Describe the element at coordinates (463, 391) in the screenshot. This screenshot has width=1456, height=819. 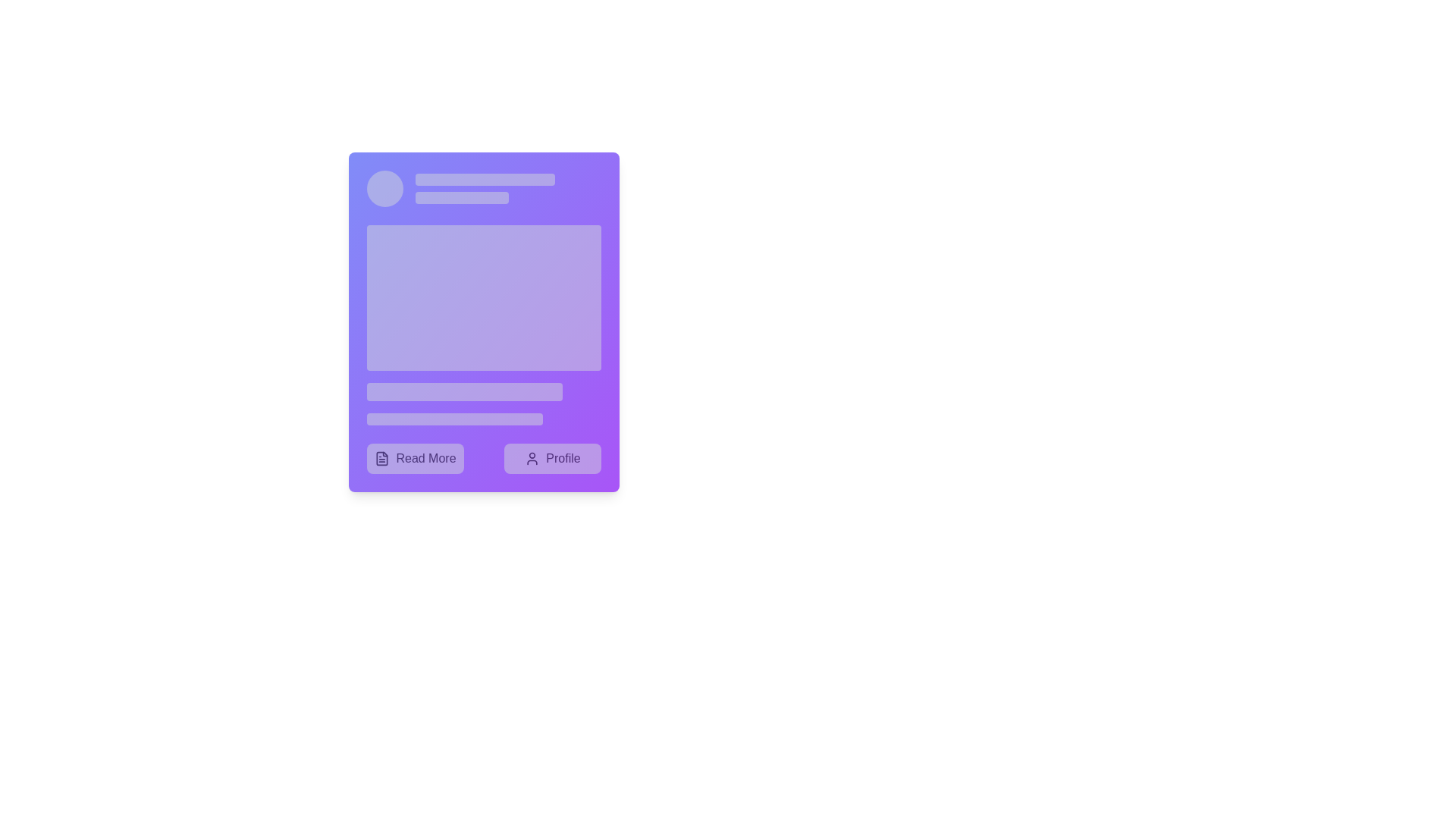
I see `the decorative bar that separates or groups content within the interface, located in the lower middle portion of the layout` at that location.